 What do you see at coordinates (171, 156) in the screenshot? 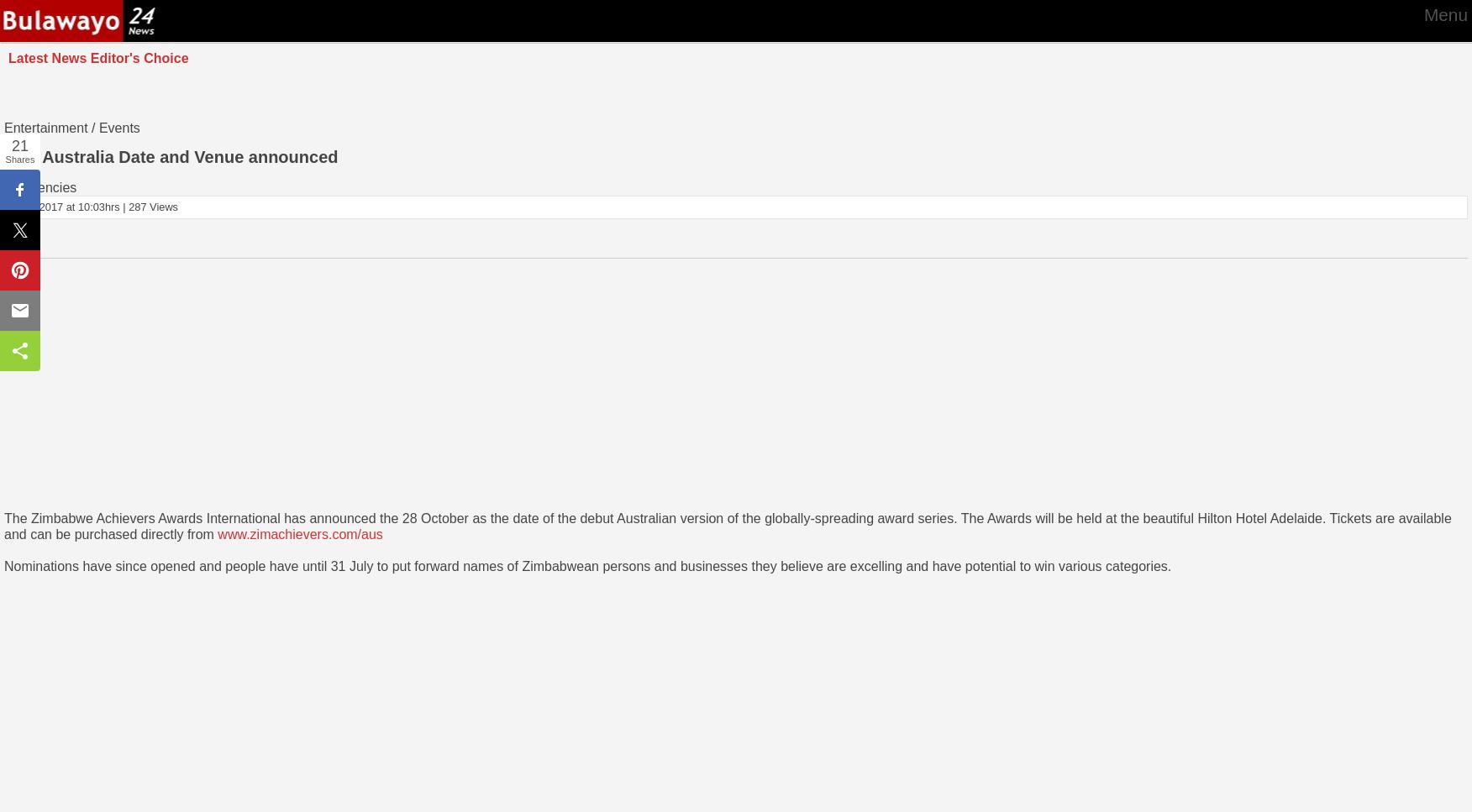
I see `'ZAA Australia Date and Venue announced'` at bounding box center [171, 156].